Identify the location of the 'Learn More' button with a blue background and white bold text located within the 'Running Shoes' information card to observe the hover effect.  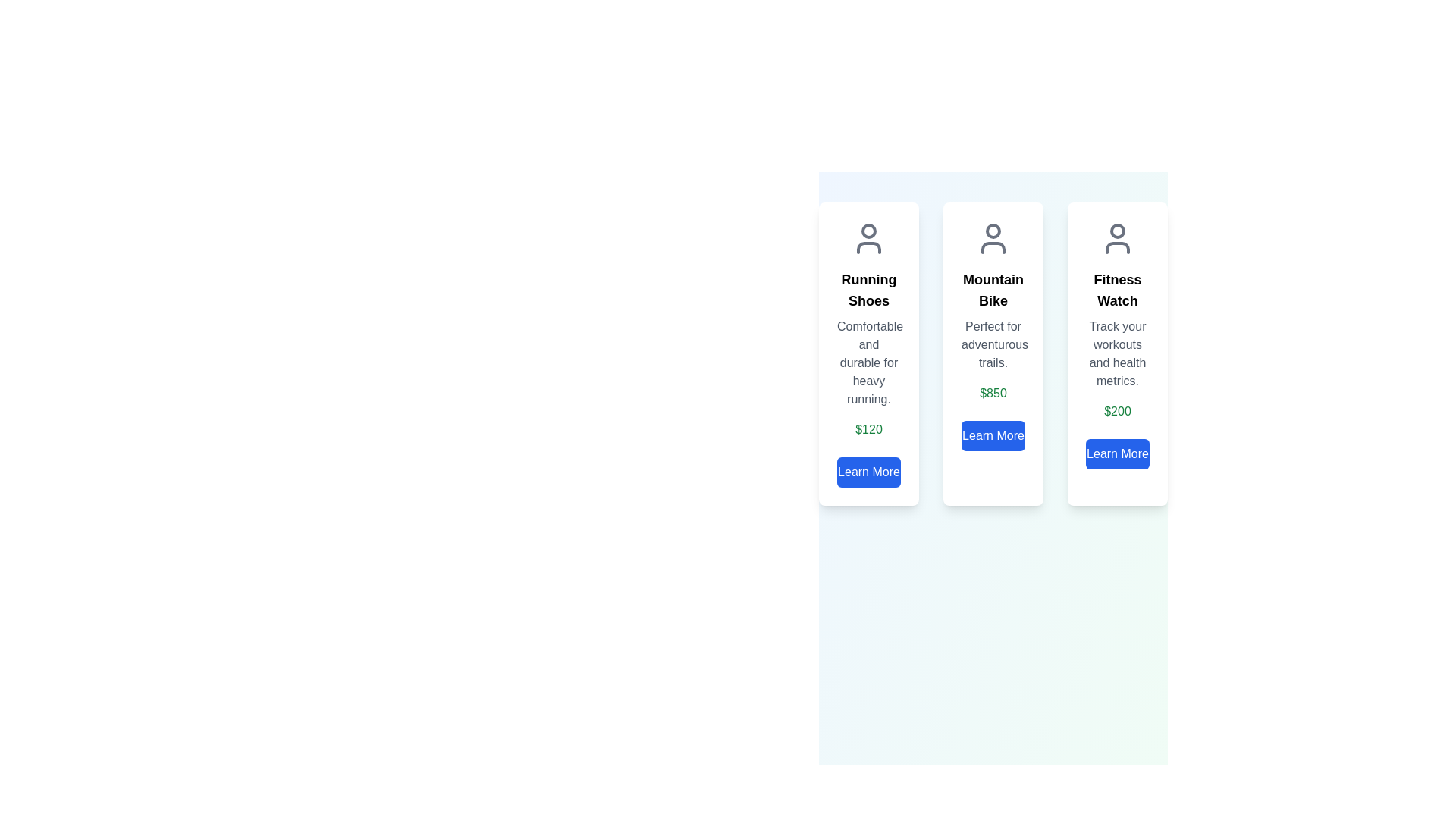
(869, 472).